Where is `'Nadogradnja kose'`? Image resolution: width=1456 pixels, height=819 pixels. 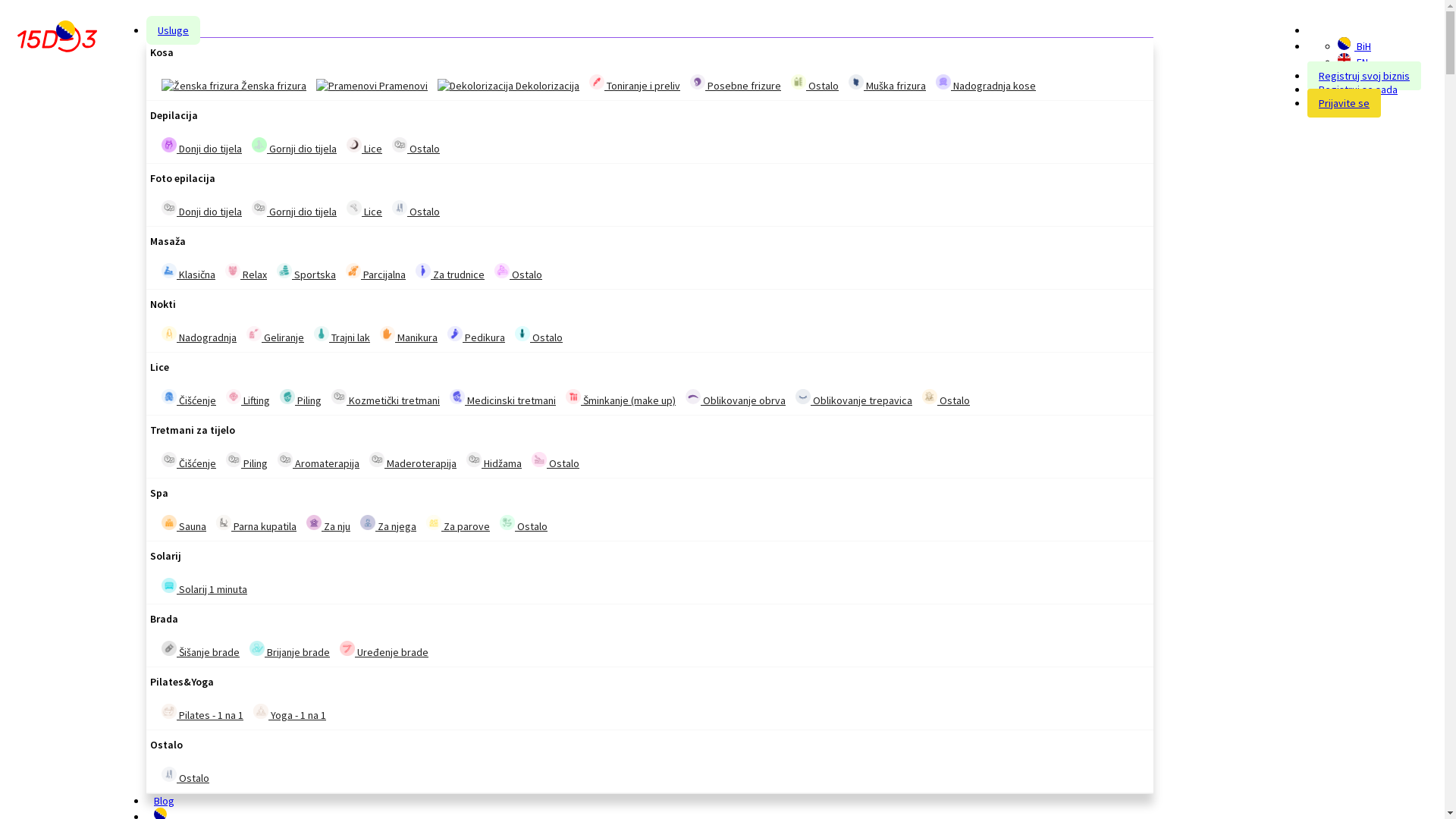
'Nadogradnja kose' is located at coordinates (986, 83).